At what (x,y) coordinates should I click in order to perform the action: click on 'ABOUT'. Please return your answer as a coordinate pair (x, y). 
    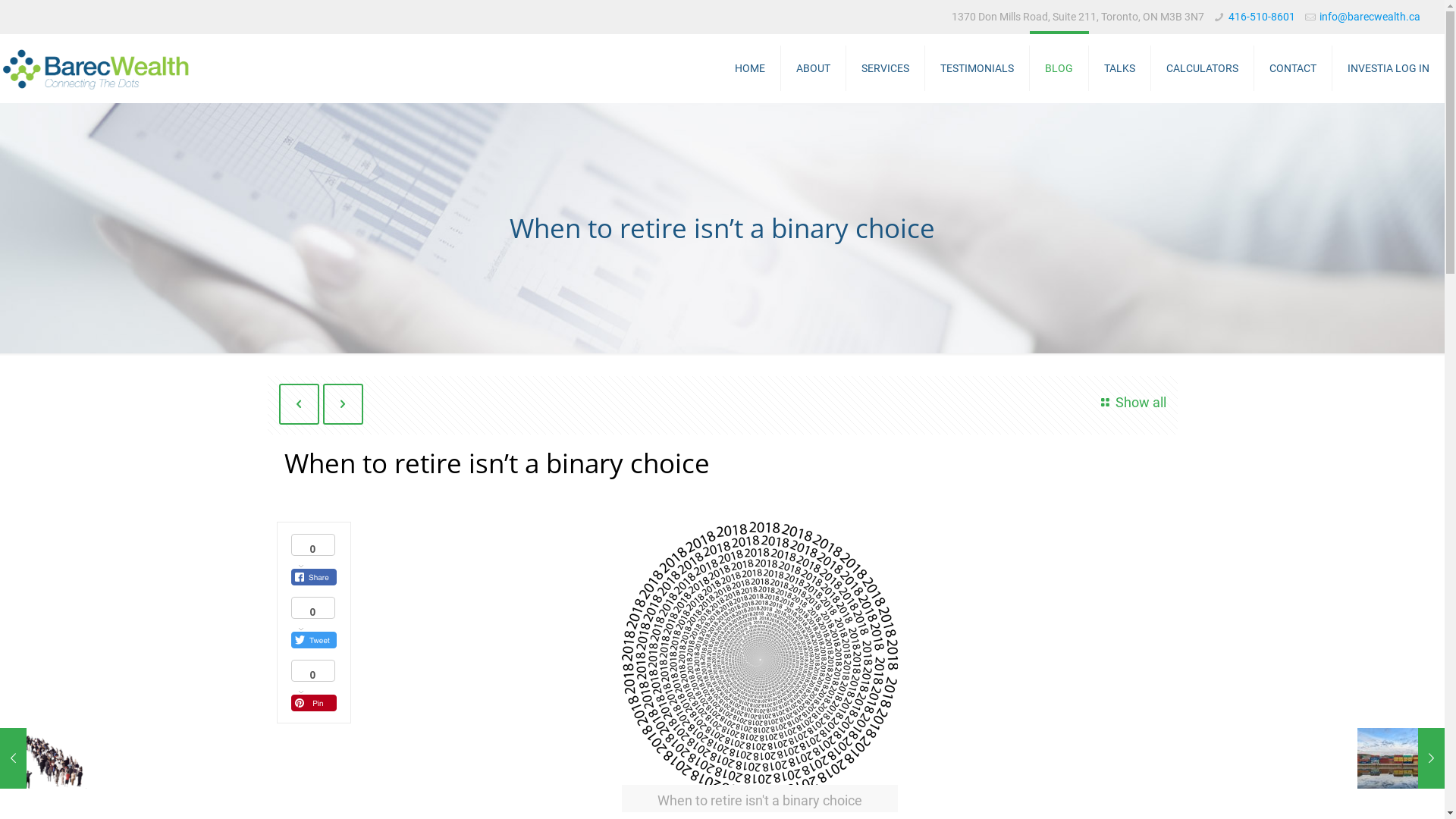
    Looking at the image, I should click on (813, 67).